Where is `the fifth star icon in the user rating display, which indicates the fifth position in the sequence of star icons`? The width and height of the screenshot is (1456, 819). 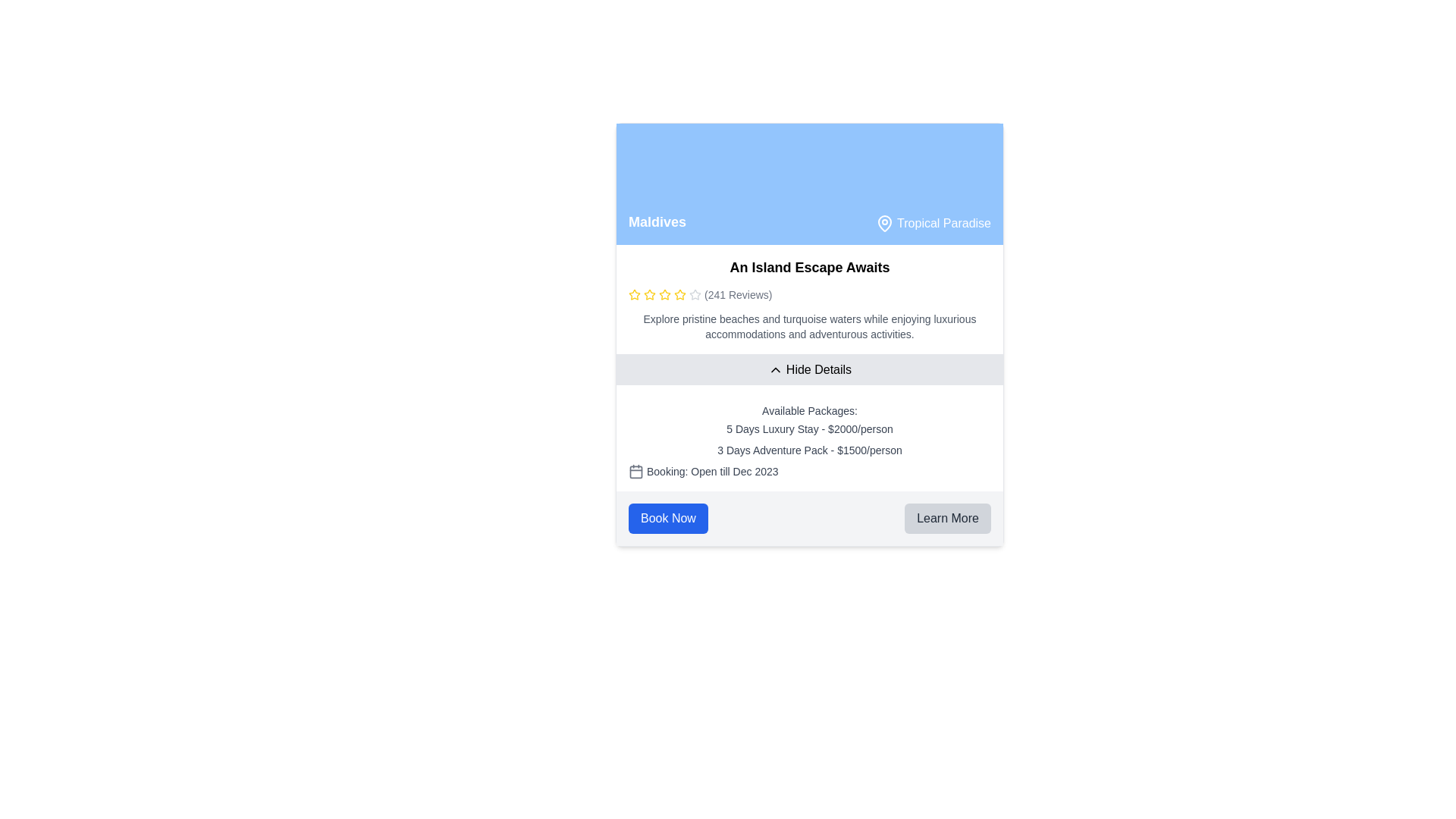 the fifth star icon in the user rating display, which indicates the fifth position in the sequence of star icons is located at coordinates (665, 295).